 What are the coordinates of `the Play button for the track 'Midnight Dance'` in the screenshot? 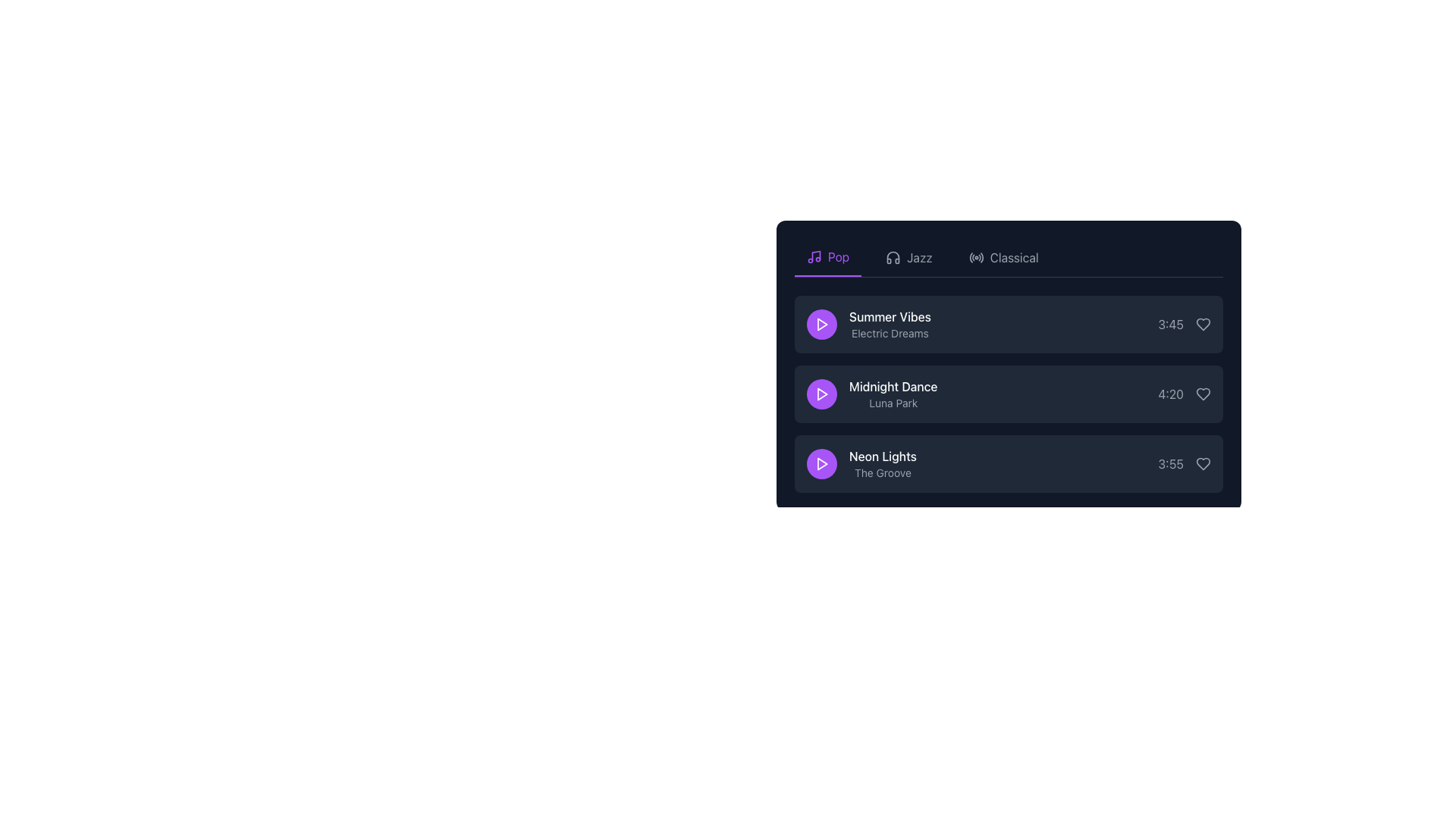 It's located at (821, 394).